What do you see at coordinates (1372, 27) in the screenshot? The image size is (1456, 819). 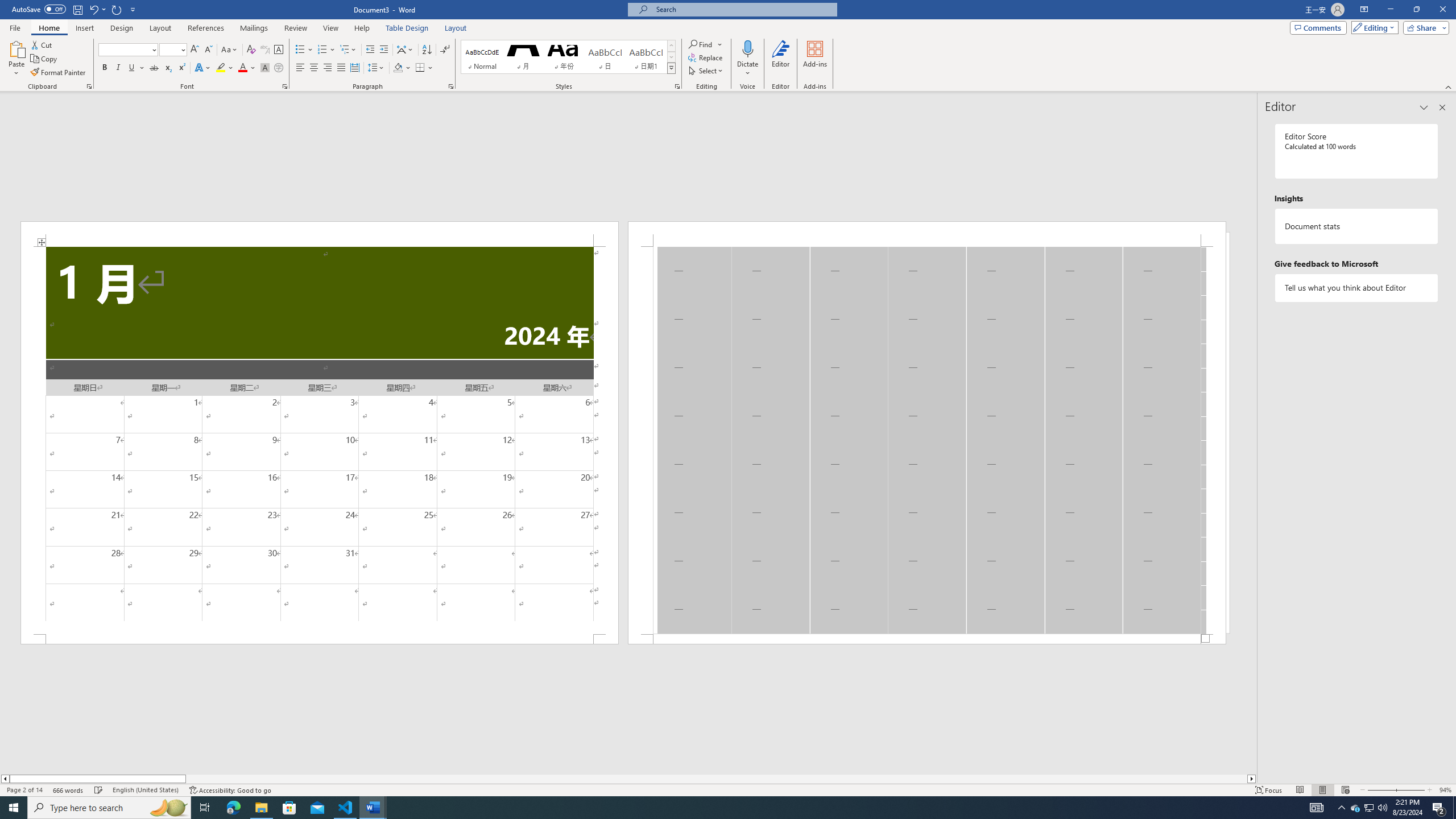 I see `'Mode'` at bounding box center [1372, 27].